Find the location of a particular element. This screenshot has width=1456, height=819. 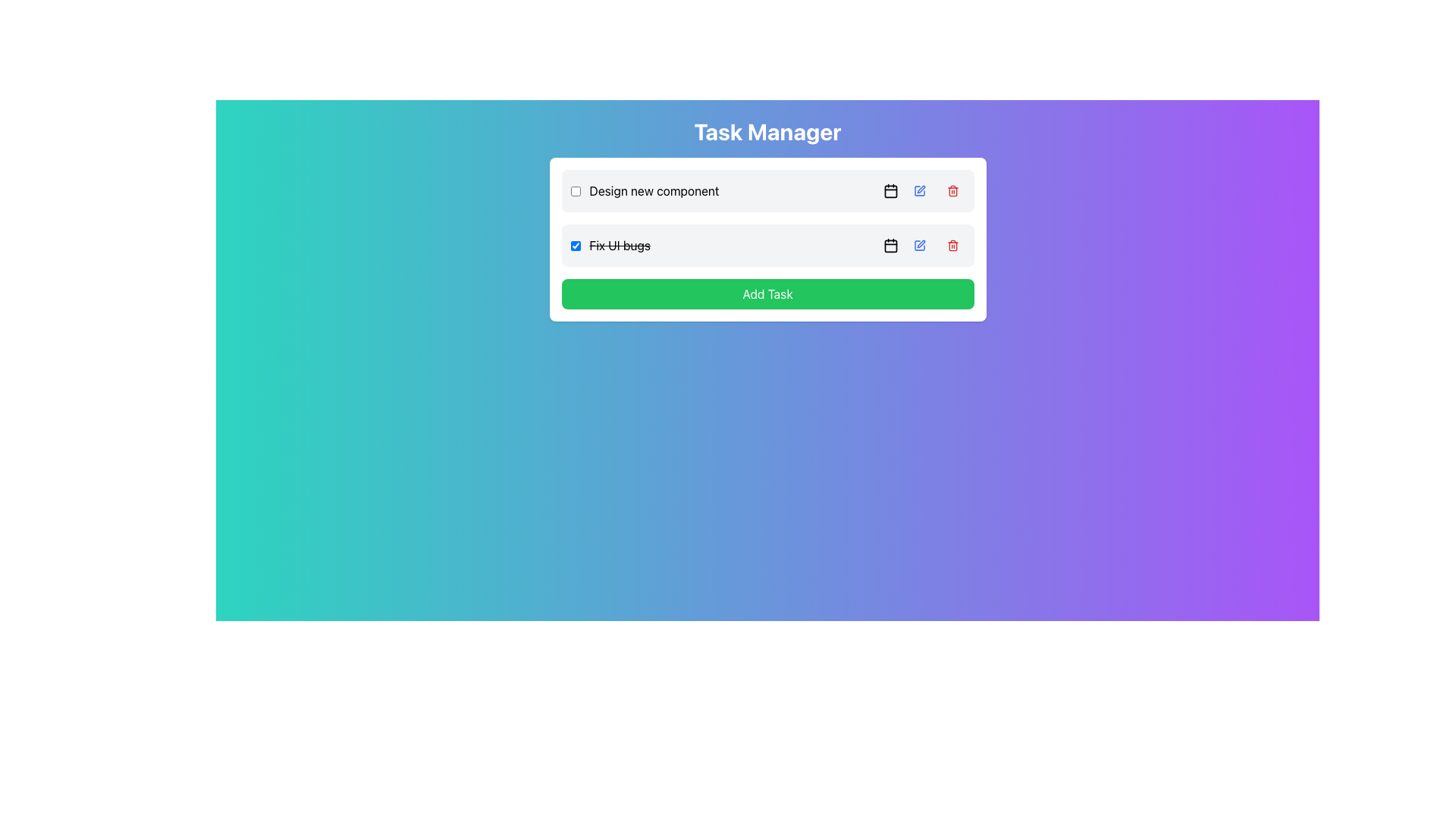

the edit button for the task labeled 'Design new component' is located at coordinates (918, 190).